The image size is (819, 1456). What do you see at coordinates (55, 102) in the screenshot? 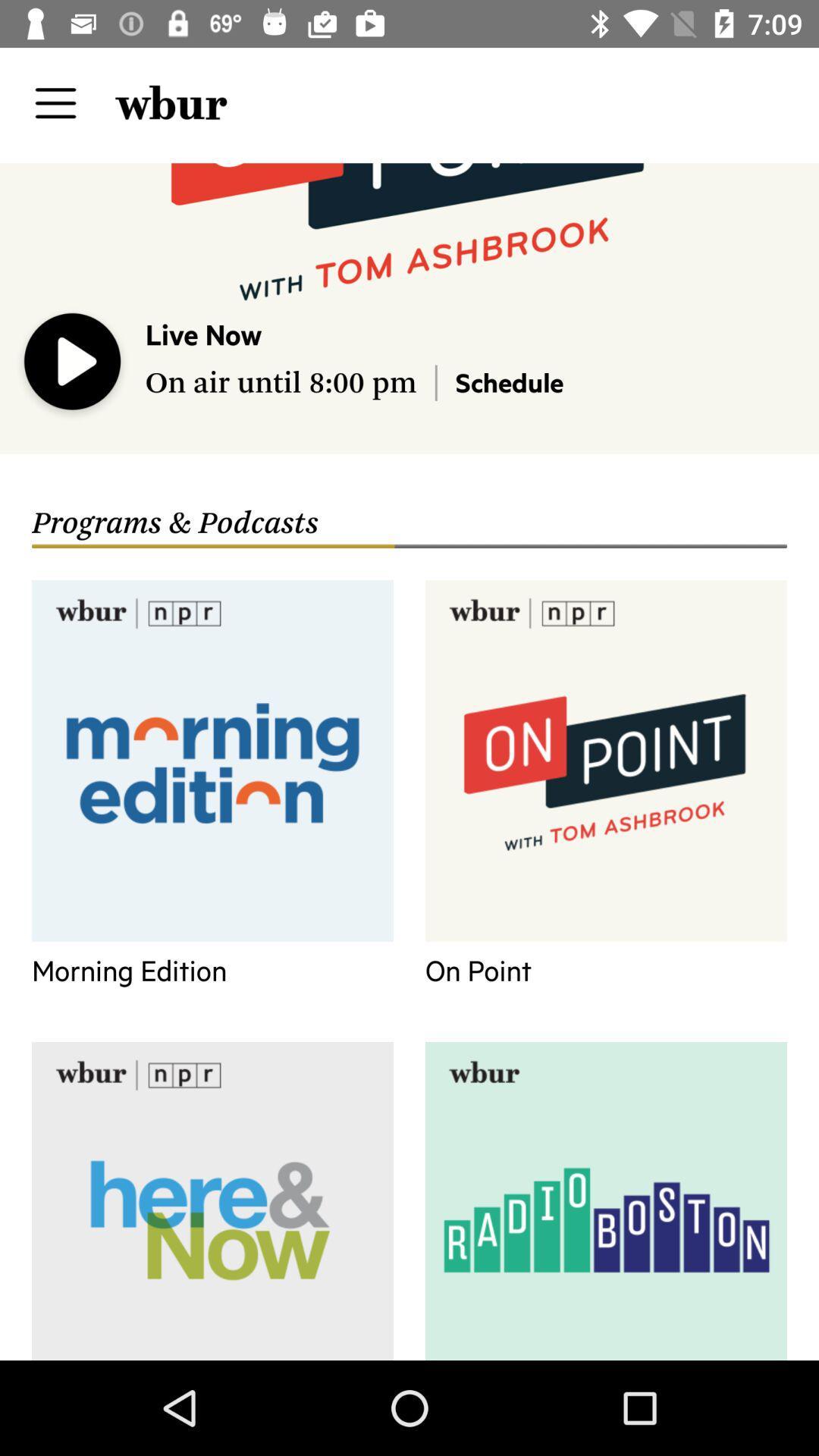
I see `menu` at bounding box center [55, 102].